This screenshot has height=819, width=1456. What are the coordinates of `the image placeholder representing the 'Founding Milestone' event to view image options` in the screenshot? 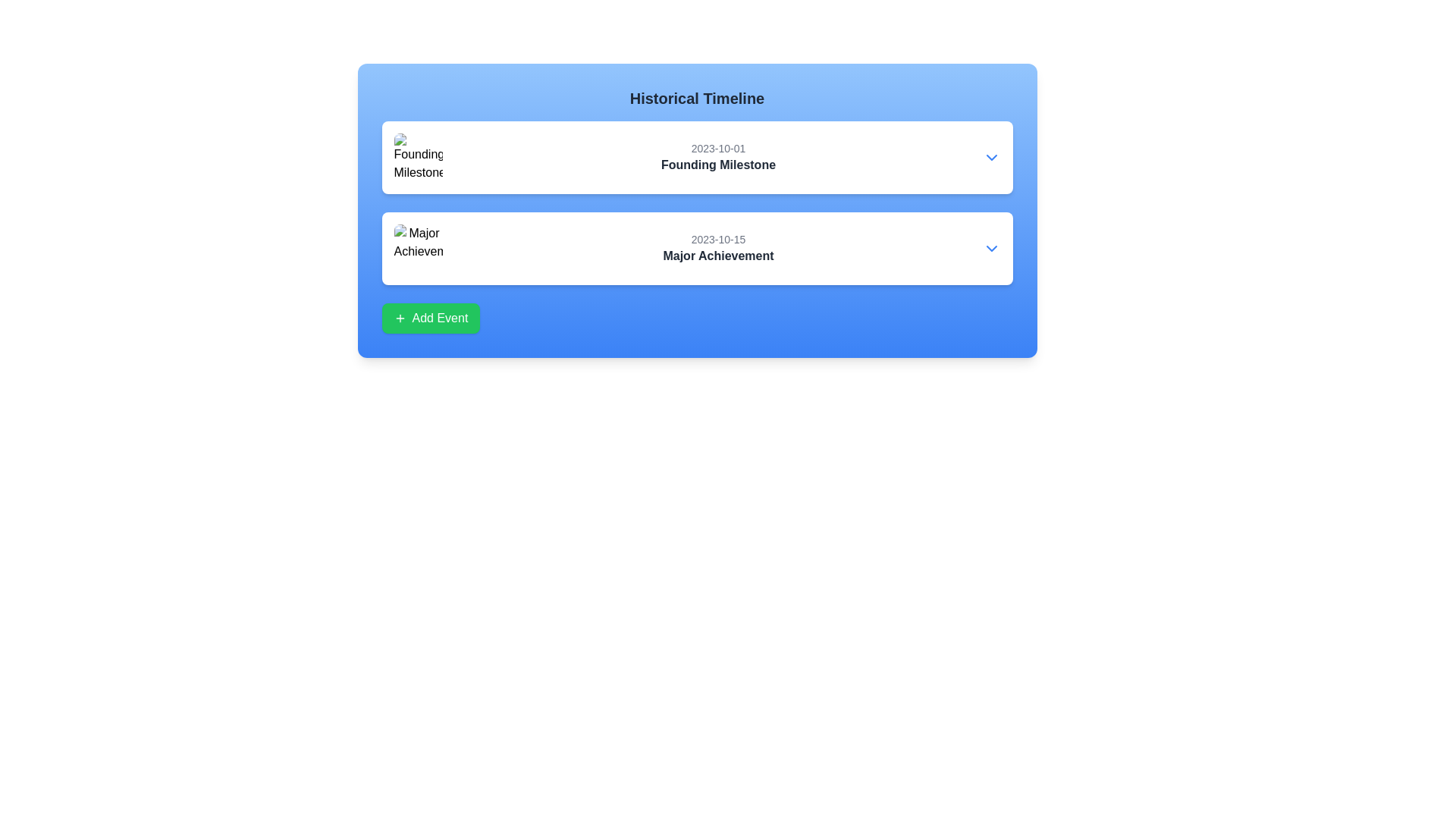 It's located at (418, 158).